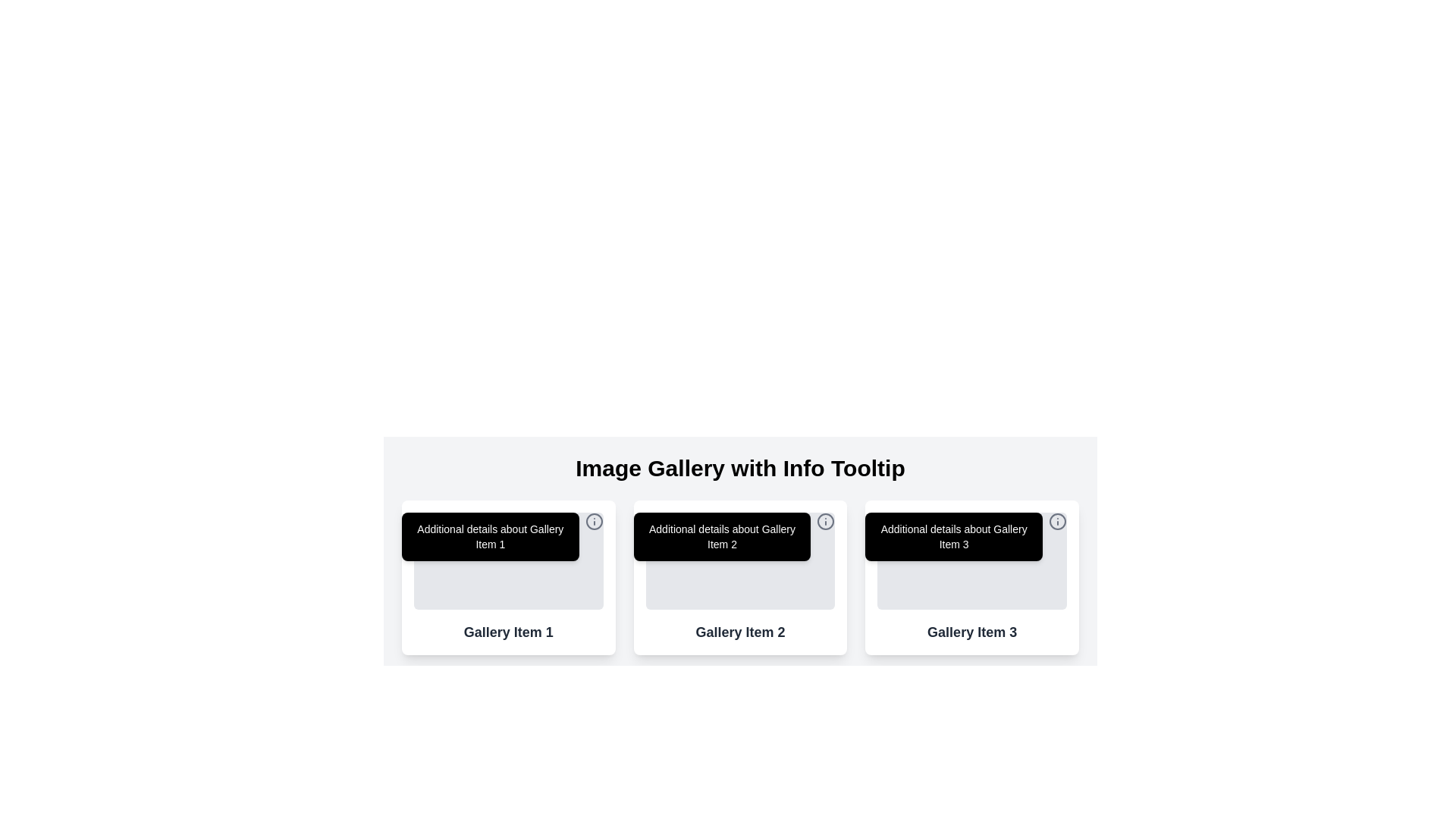  Describe the element at coordinates (508, 632) in the screenshot. I see `the text label displaying 'Gallery Item 1', which is styled in bold, medium size, and dark gray color, located below the image placeholder in the first card from the left` at that location.